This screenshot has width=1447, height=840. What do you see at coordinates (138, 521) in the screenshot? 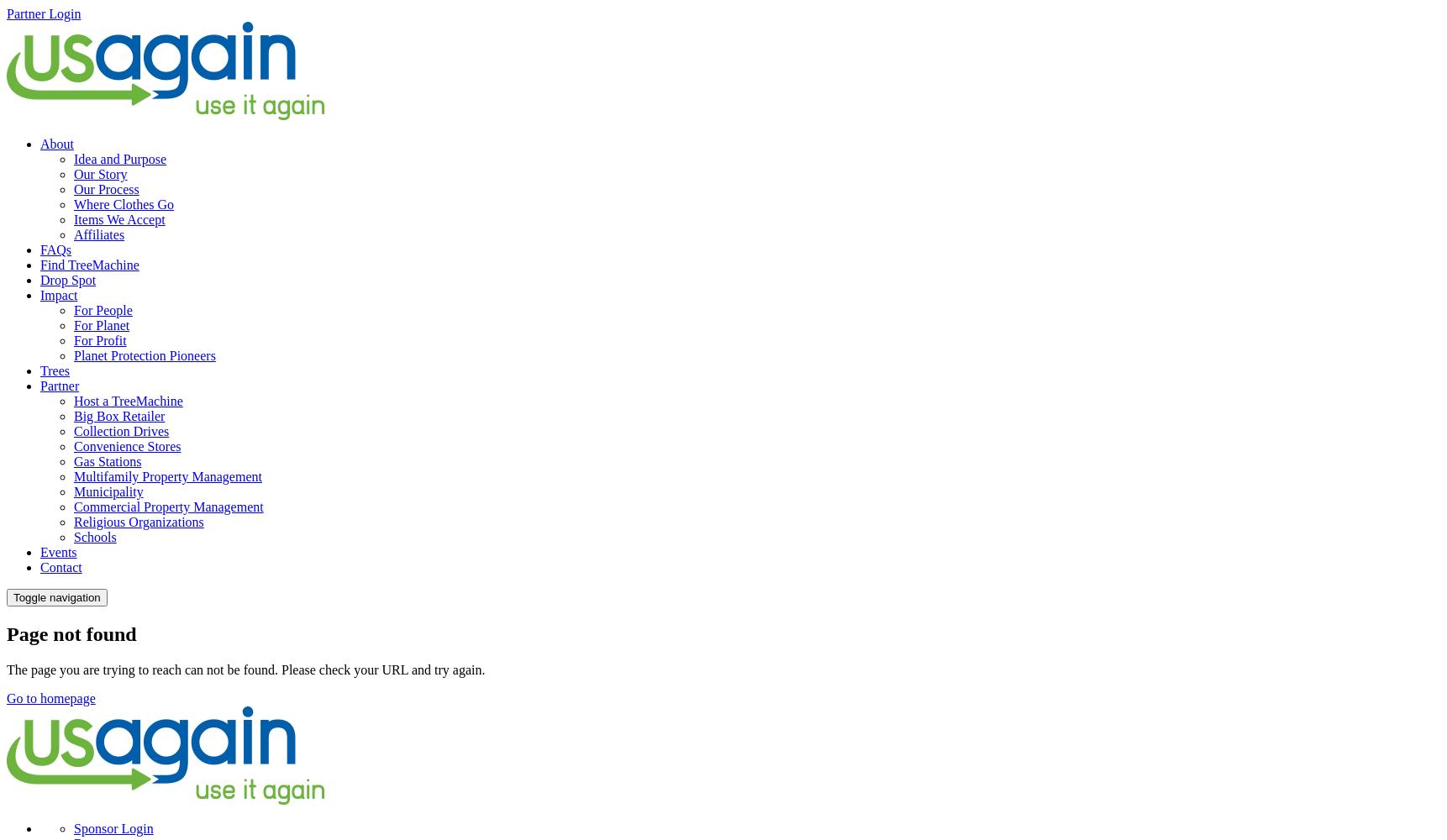
I see `'Religious Organizations'` at bounding box center [138, 521].